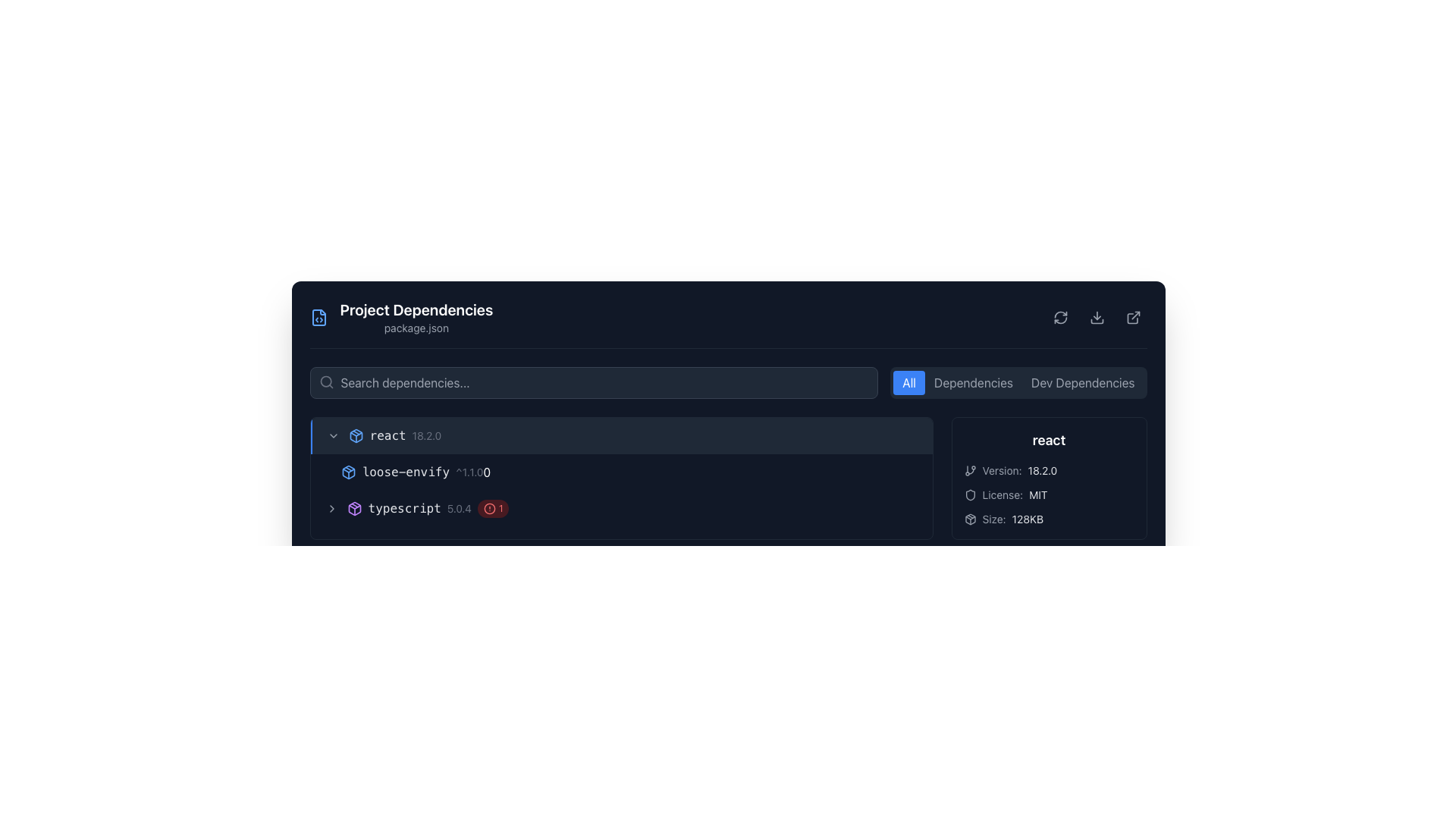 The width and height of the screenshot is (1456, 819). Describe the element at coordinates (969, 494) in the screenshot. I see `the small shield icon, which is filled with a gray tone and indicates security or protection, located at the start of the 'License: MIT' text block under the 'react' dependency detail` at that location.